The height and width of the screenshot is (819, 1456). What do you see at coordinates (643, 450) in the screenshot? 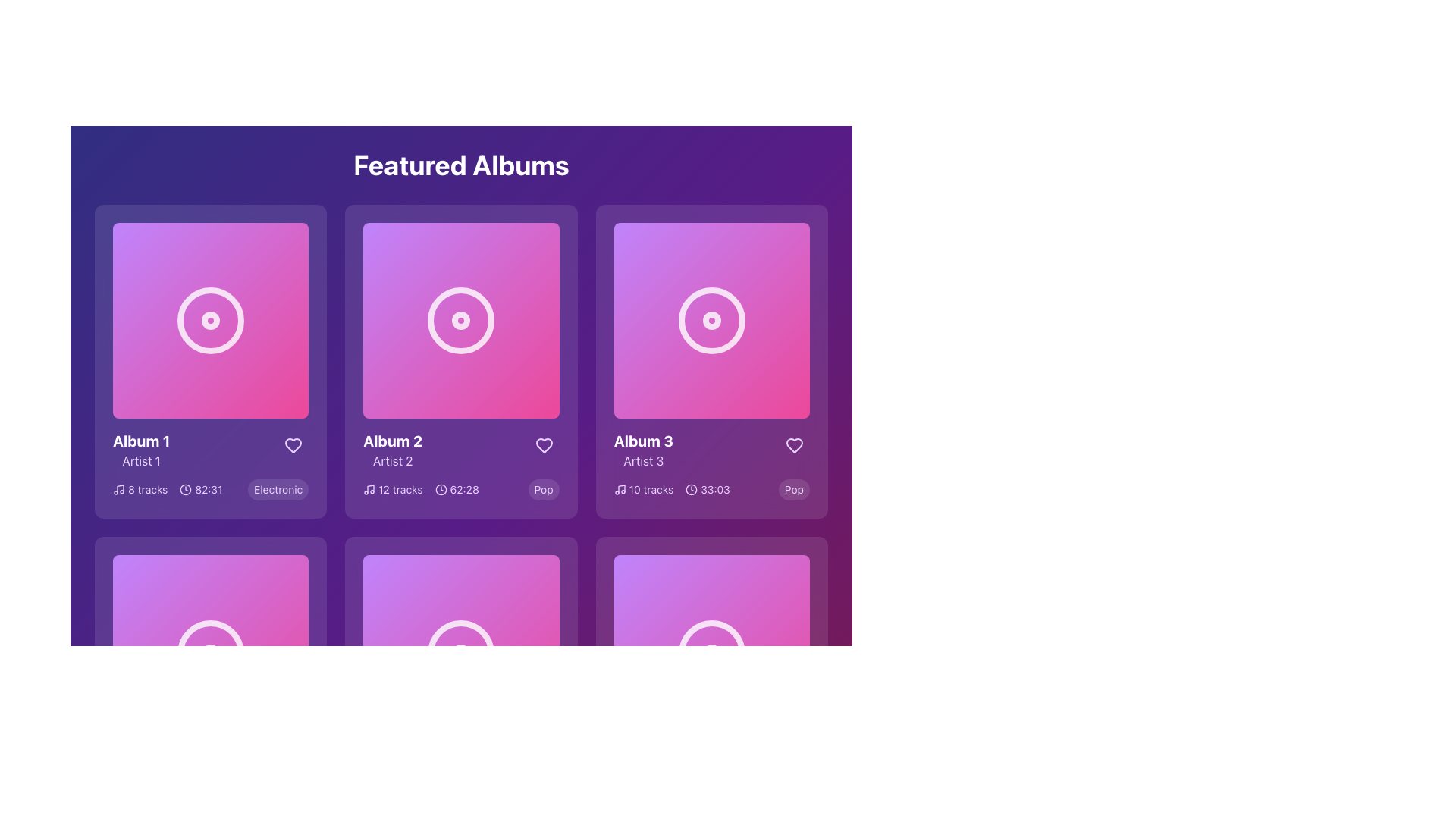
I see `text content from the text label displaying album and artist information, located in the third album block of the top row, beneath the album image` at bounding box center [643, 450].